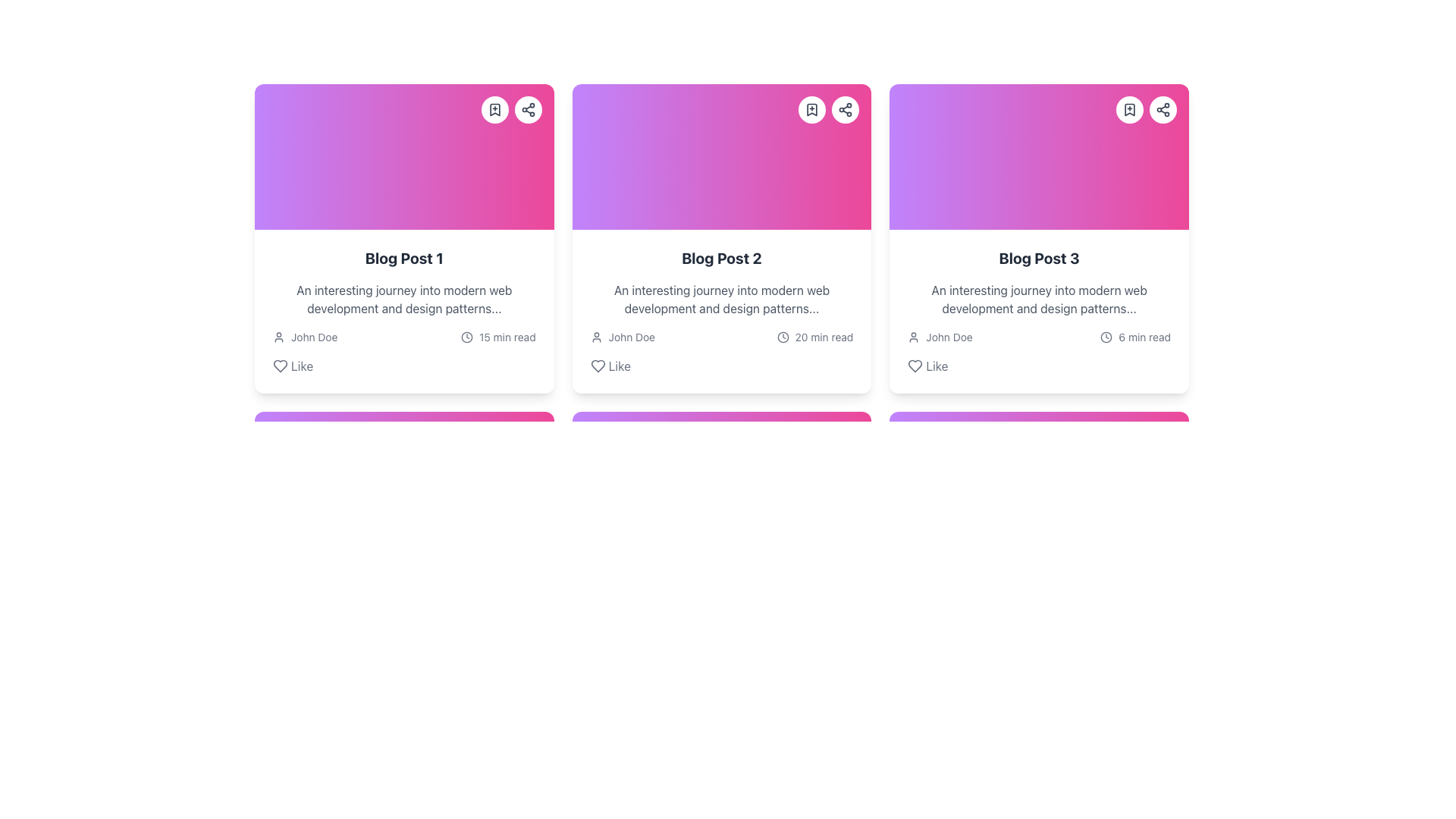  Describe the element at coordinates (632, 336) in the screenshot. I see `text content of the label displaying 'John Doe', which is part of the profile information beneath a blog post and located to the right of the user profile icon` at that location.